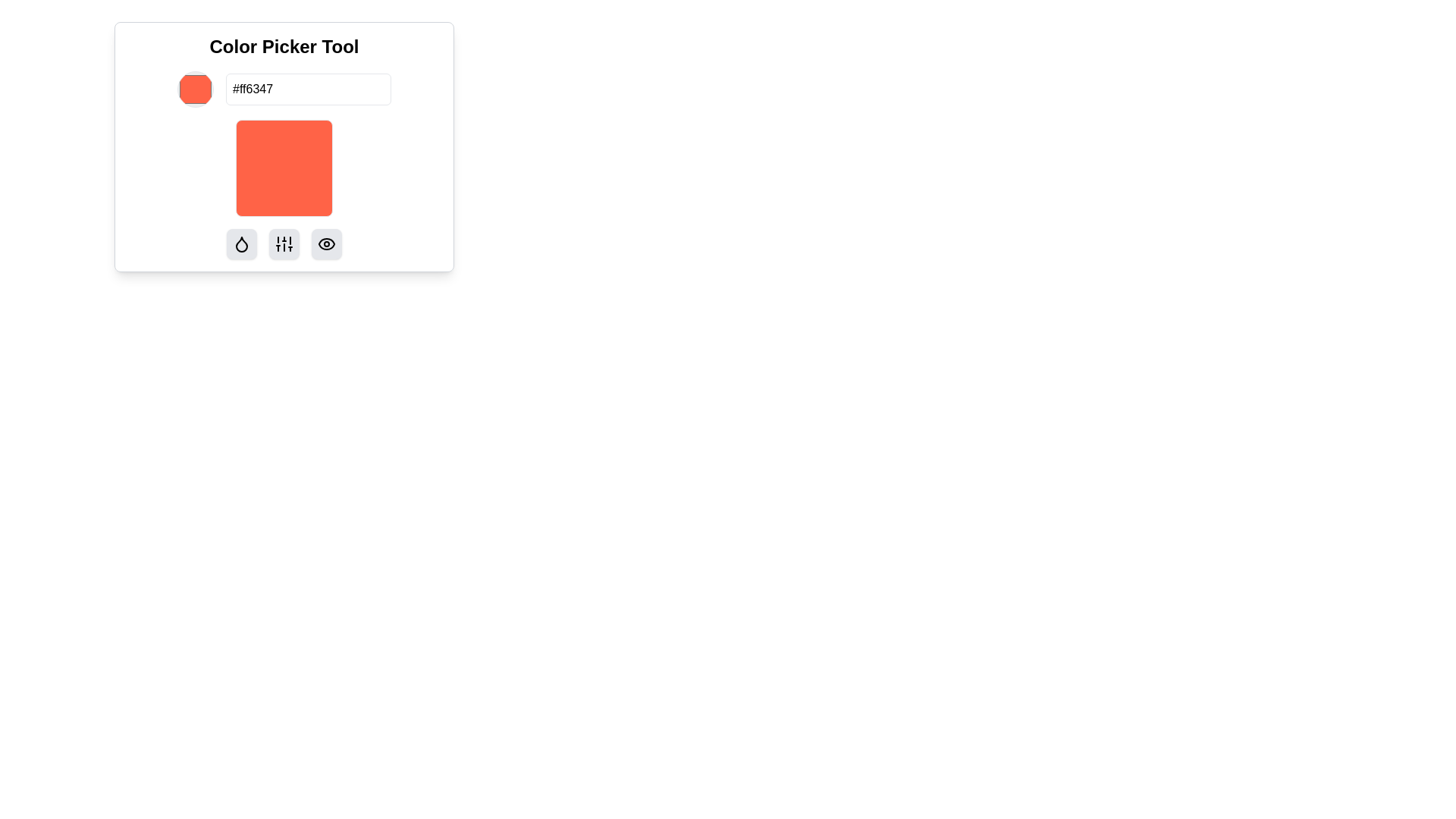 The image size is (1456, 819). I want to click on the color-droplet Icon button located in the lower panel, which is the first button on the left in a row of three, so click(240, 243).